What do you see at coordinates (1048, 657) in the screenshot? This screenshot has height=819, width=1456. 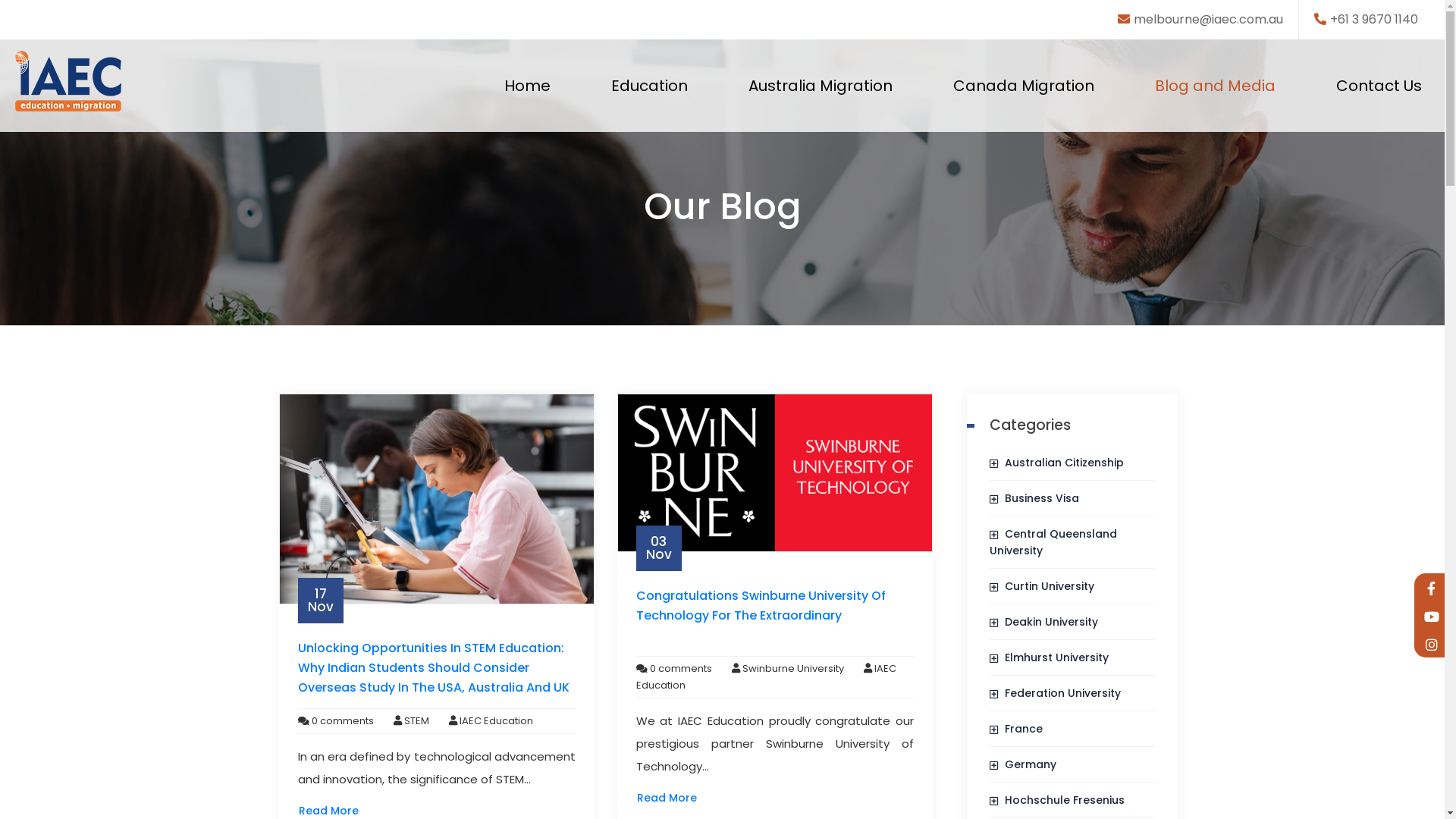 I see `'Elmhurst University'` at bounding box center [1048, 657].